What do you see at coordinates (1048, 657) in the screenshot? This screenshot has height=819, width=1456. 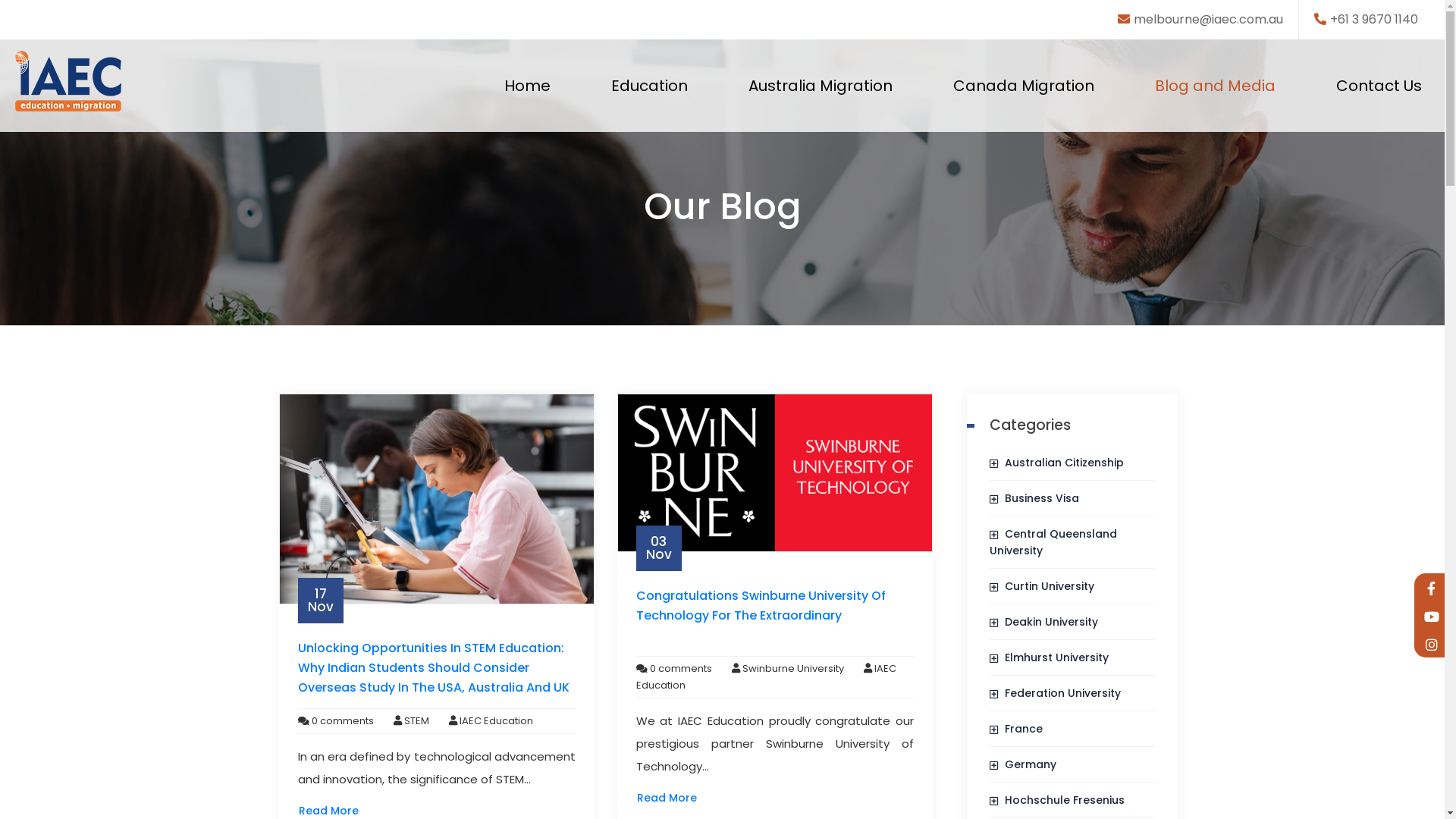 I see `'Elmhurst University'` at bounding box center [1048, 657].